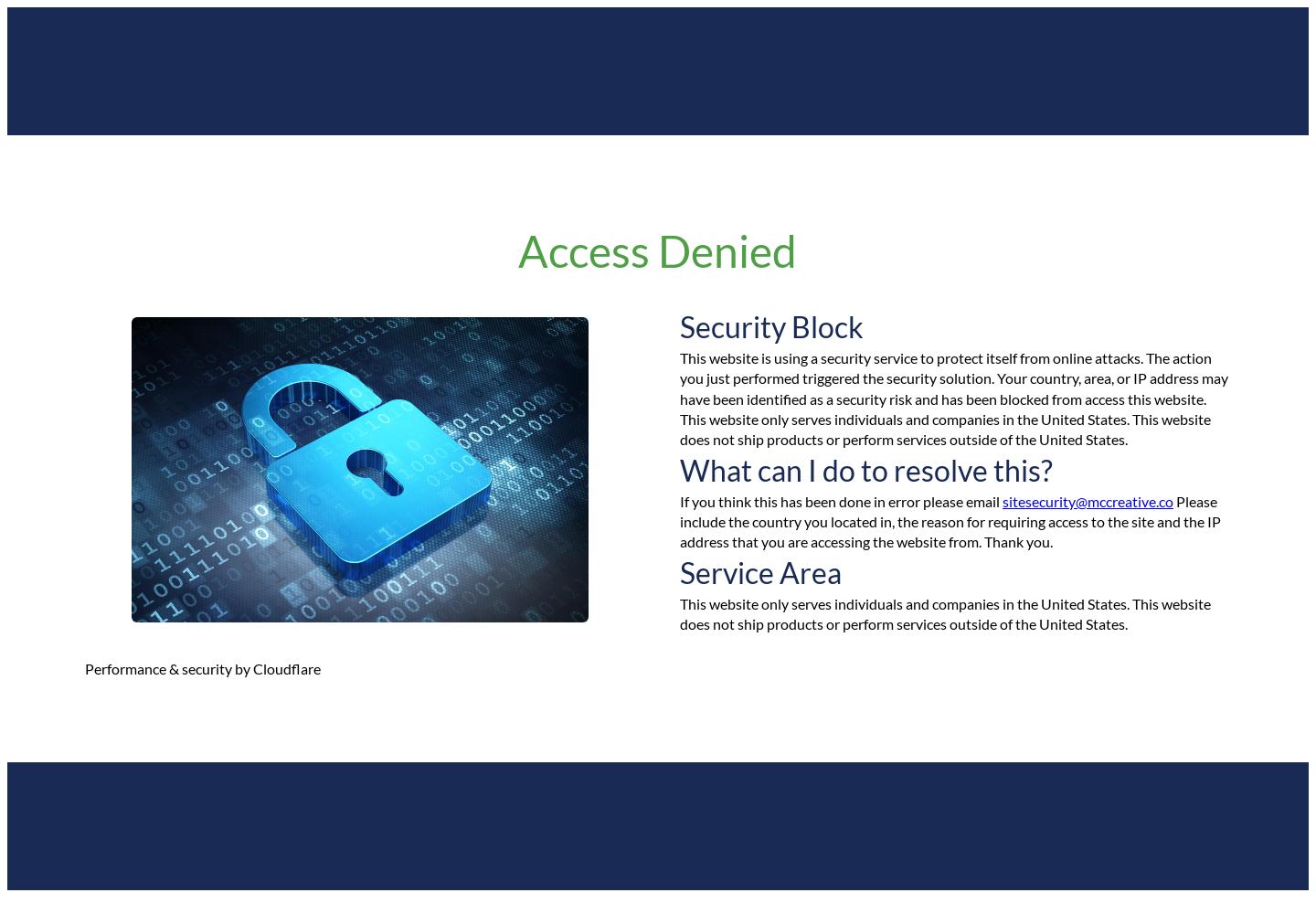 This screenshot has width=1316, height=914. Describe the element at coordinates (954, 398) in the screenshot. I see `'This website is using a security service to protect itself from online attacks. The action you just performed triggered the security solution. Your country, area, or IP address may have been identified as a security risk and has been blocked from access this website.  This website only serves individuals and companies in the United States.  This website does not ship products or perform services outside of the United States.'` at that location.